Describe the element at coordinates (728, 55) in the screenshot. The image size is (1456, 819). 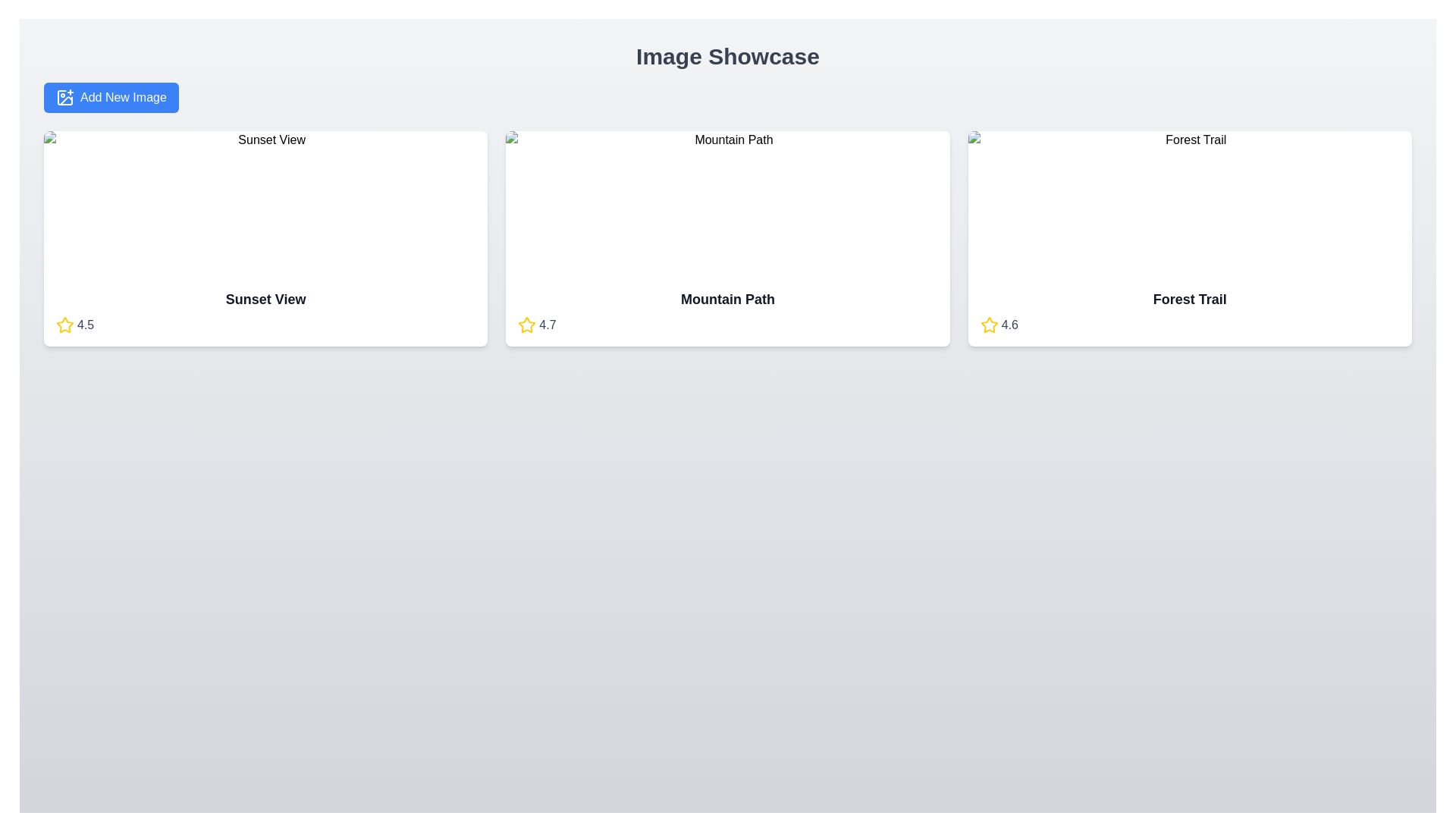
I see `text from the header labeled 'Image Showcase', which is styled in bold, large typography and is dark gray in color, located at the top center of the interface` at that location.